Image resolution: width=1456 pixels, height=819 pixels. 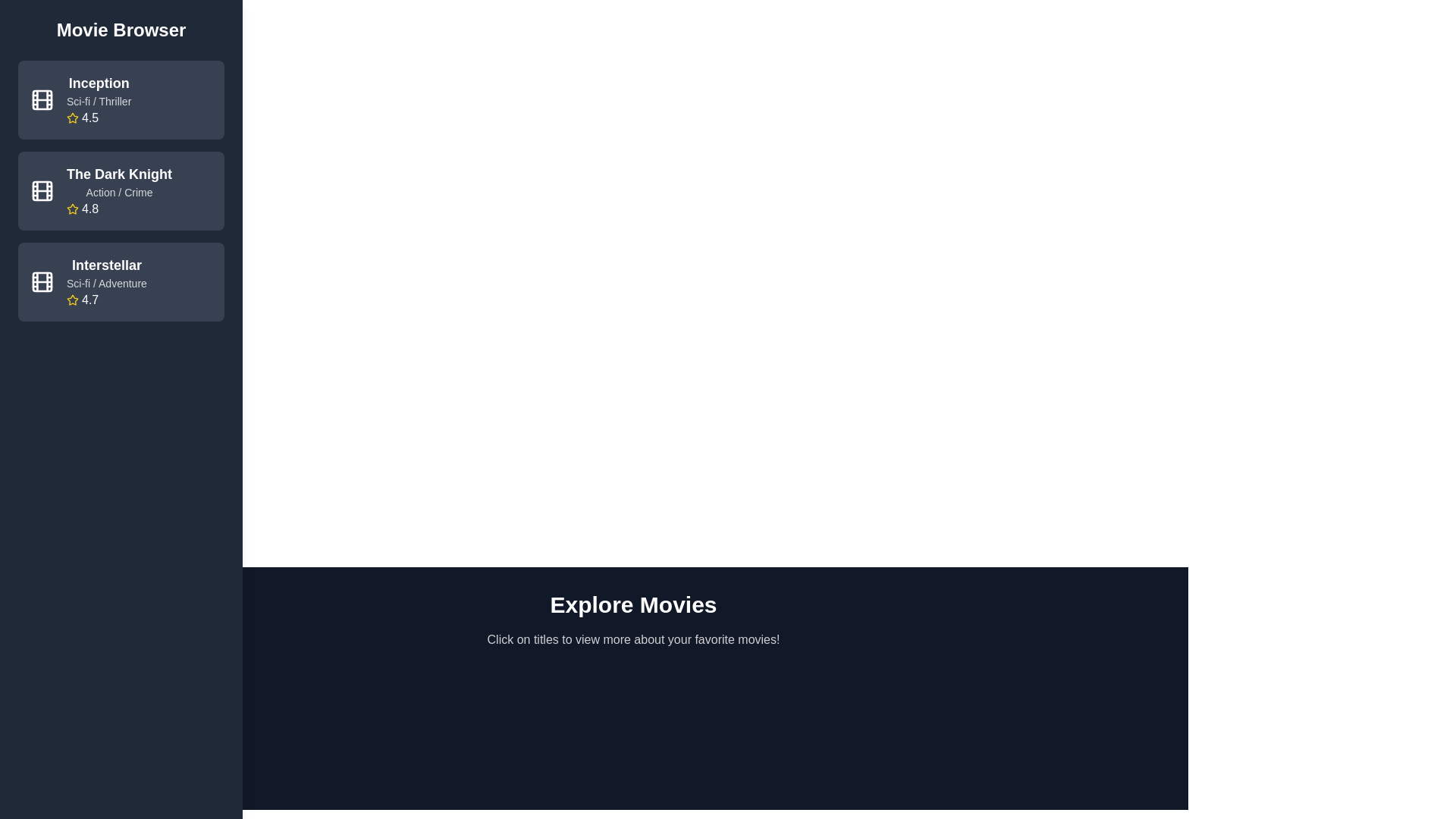 What do you see at coordinates (90, 579) in the screenshot?
I see `the toggle button at the top-left corner of the screen to toggle the drawer visibility` at bounding box center [90, 579].